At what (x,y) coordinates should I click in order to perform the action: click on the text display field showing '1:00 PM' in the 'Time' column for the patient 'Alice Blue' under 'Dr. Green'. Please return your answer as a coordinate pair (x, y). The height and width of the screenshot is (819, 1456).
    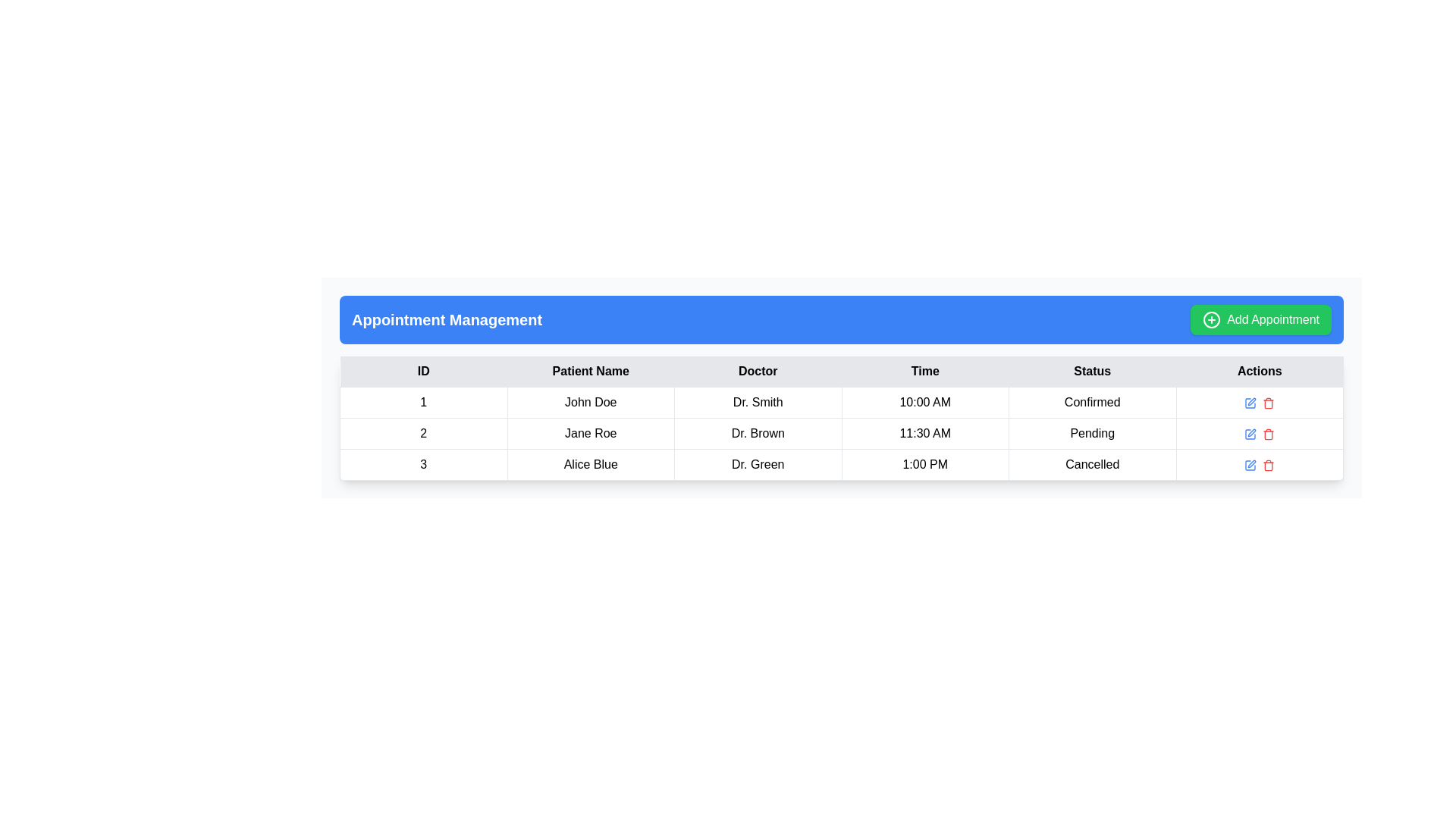
    Looking at the image, I should click on (924, 464).